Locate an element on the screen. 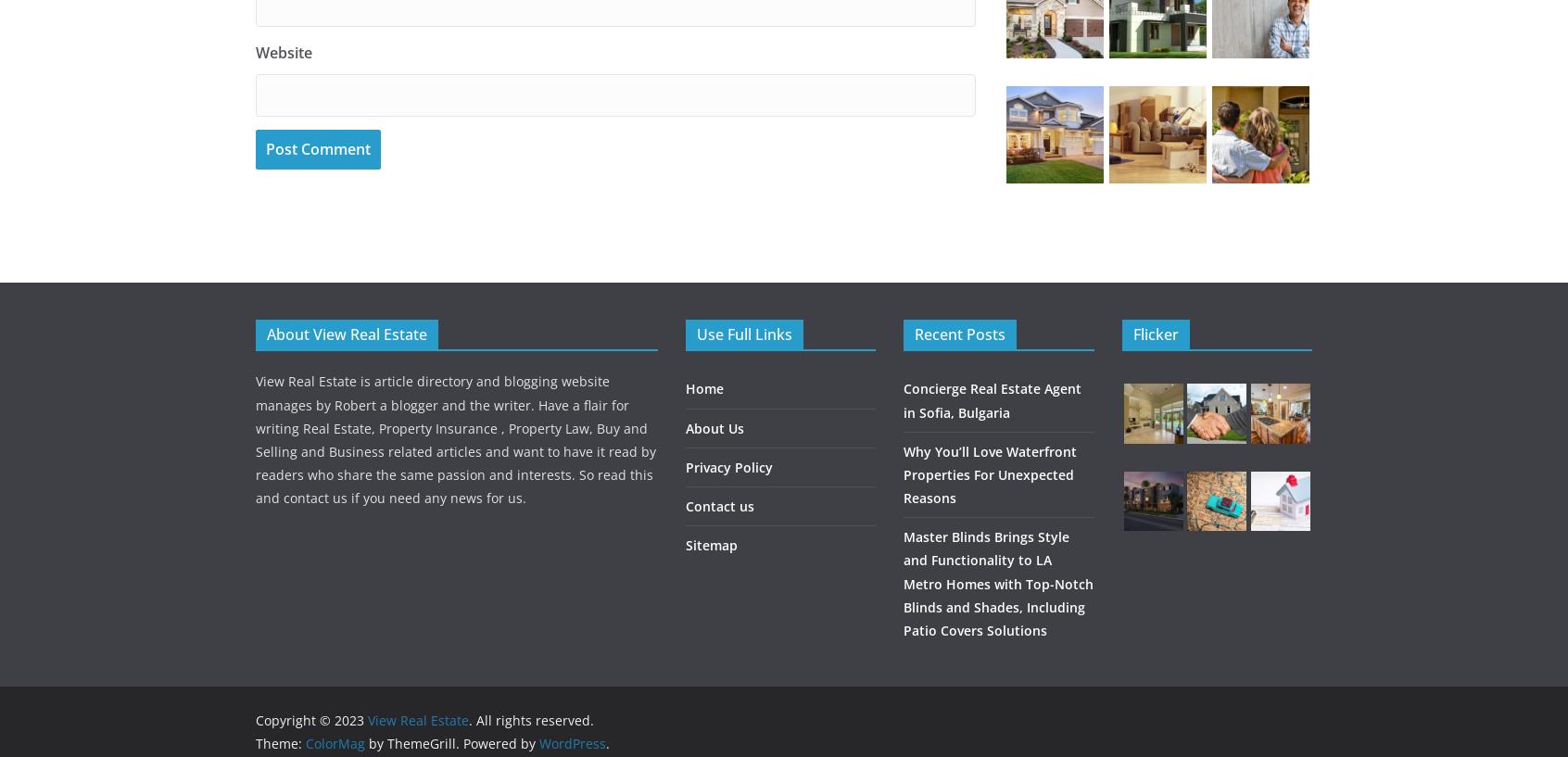  'Concierge Real Estate Agent in Sofia, Bulgaria' is located at coordinates (993, 400).